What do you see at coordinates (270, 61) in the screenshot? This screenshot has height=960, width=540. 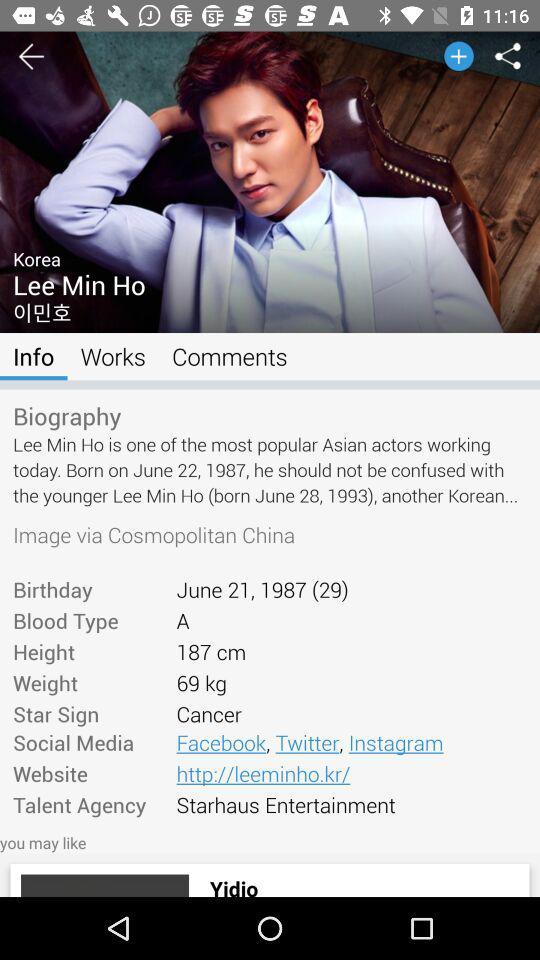 I see `the item above the korea` at bounding box center [270, 61].